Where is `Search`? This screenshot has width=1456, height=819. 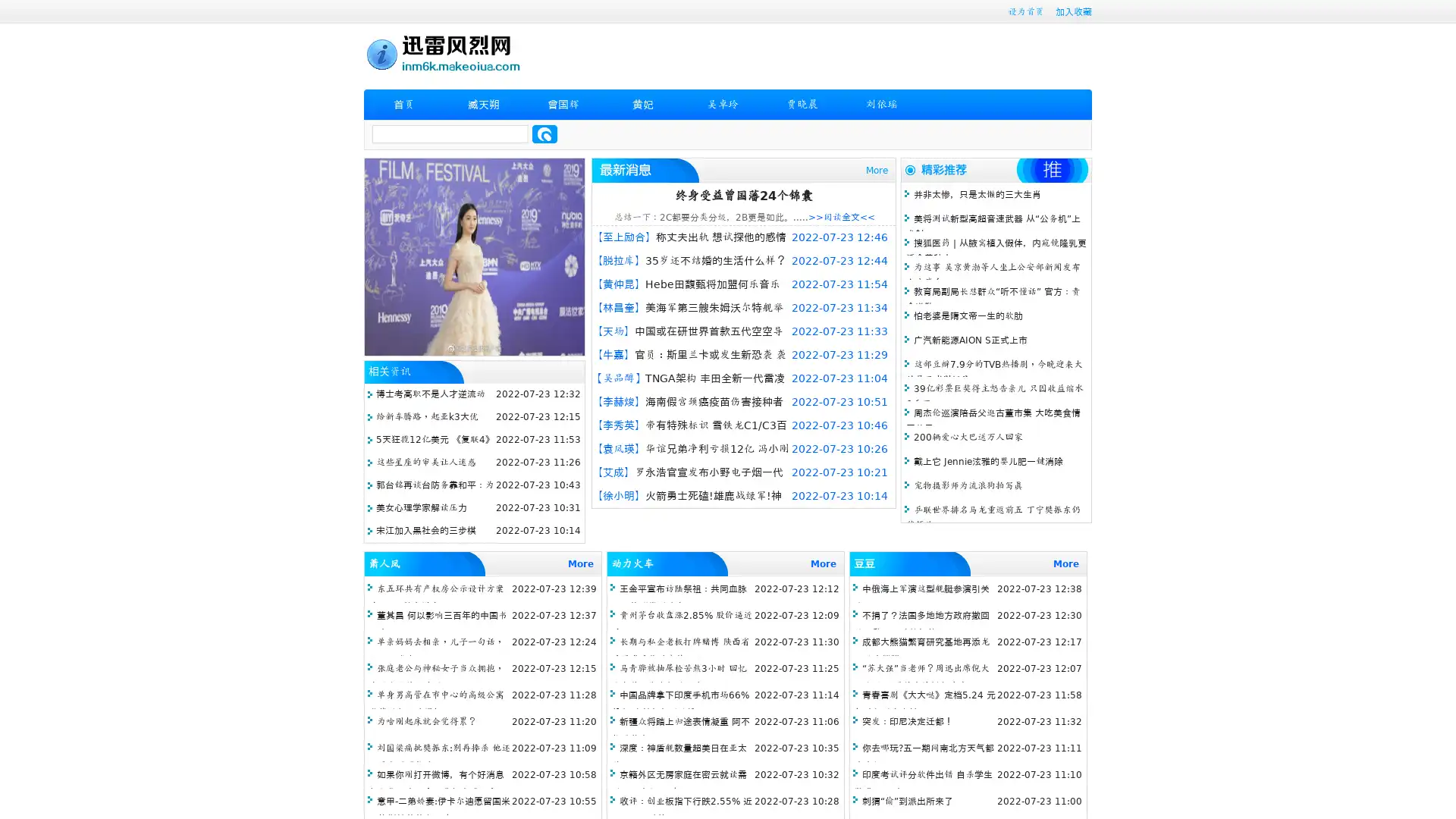
Search is located at coordinates (544, 133).